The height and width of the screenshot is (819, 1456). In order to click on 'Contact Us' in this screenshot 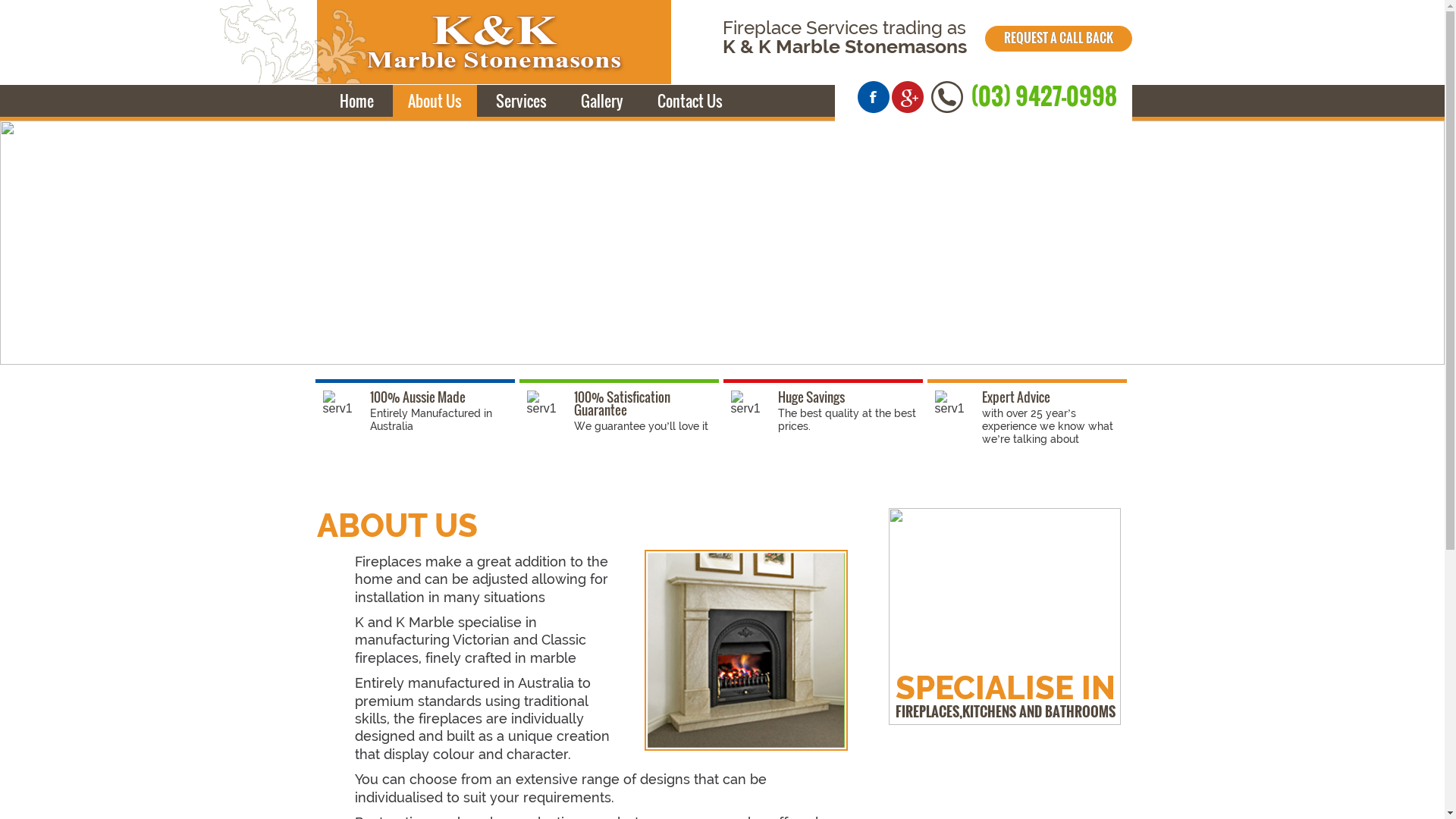, I will do `click(688, 100)`.